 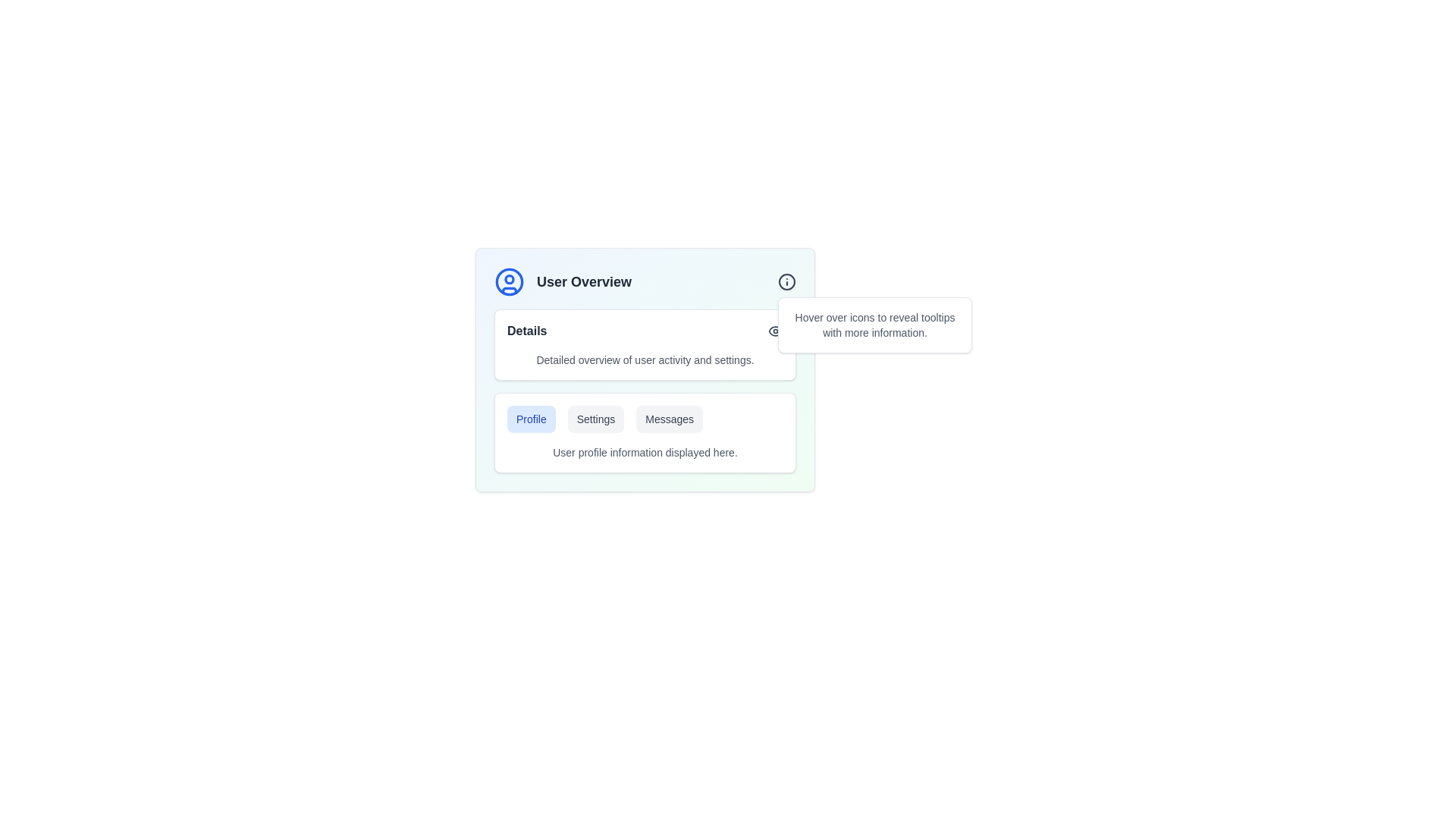 I want to click on the static text display located at the bottom of the user profile section, below the buttons labeled 'Profile,' 'Settings,' and 'Messages.', so click(x=645, y=452).